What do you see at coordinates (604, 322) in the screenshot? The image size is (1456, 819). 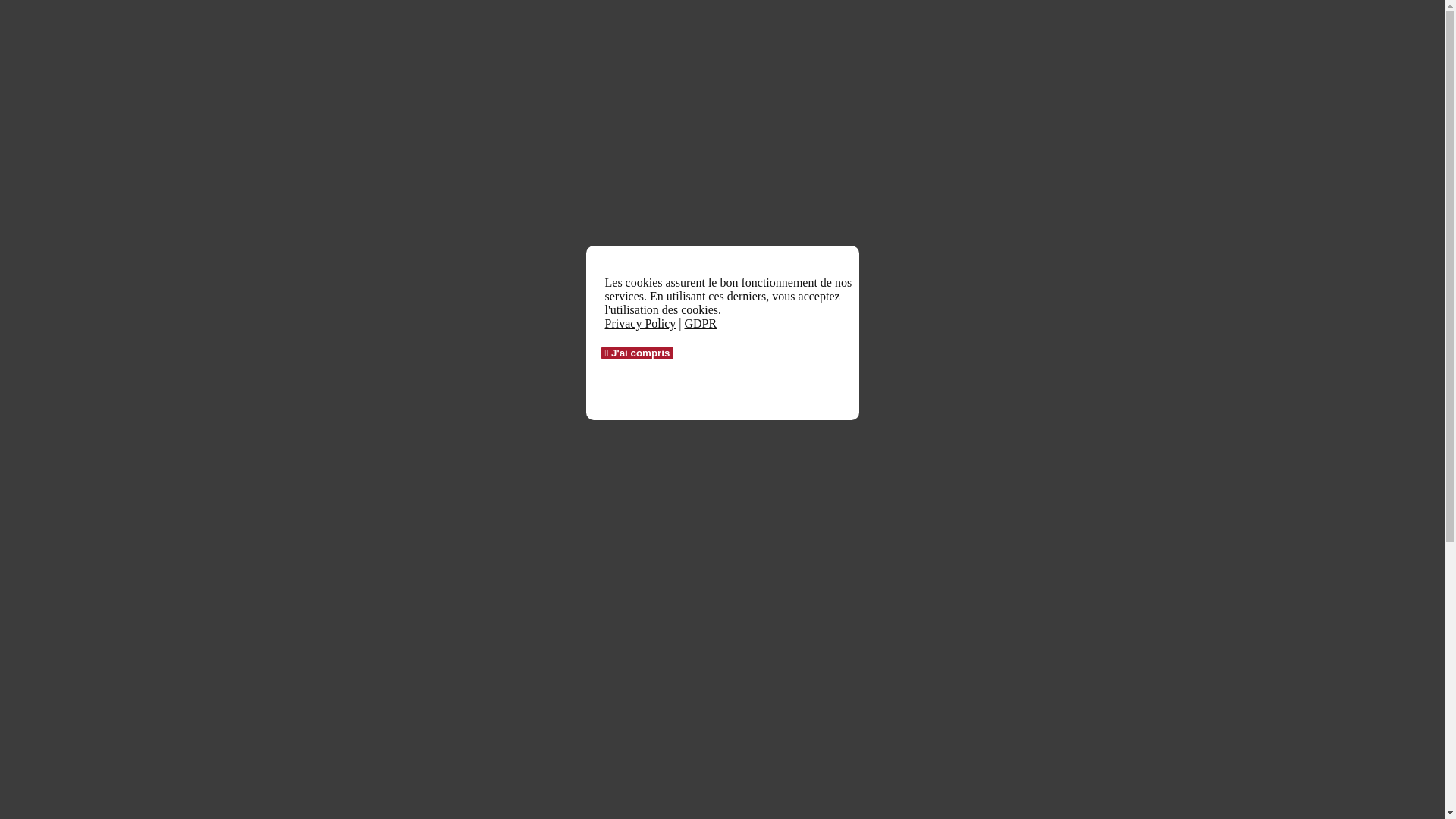 I see `'Privacy Policy'` at bounding box center [604, 322].